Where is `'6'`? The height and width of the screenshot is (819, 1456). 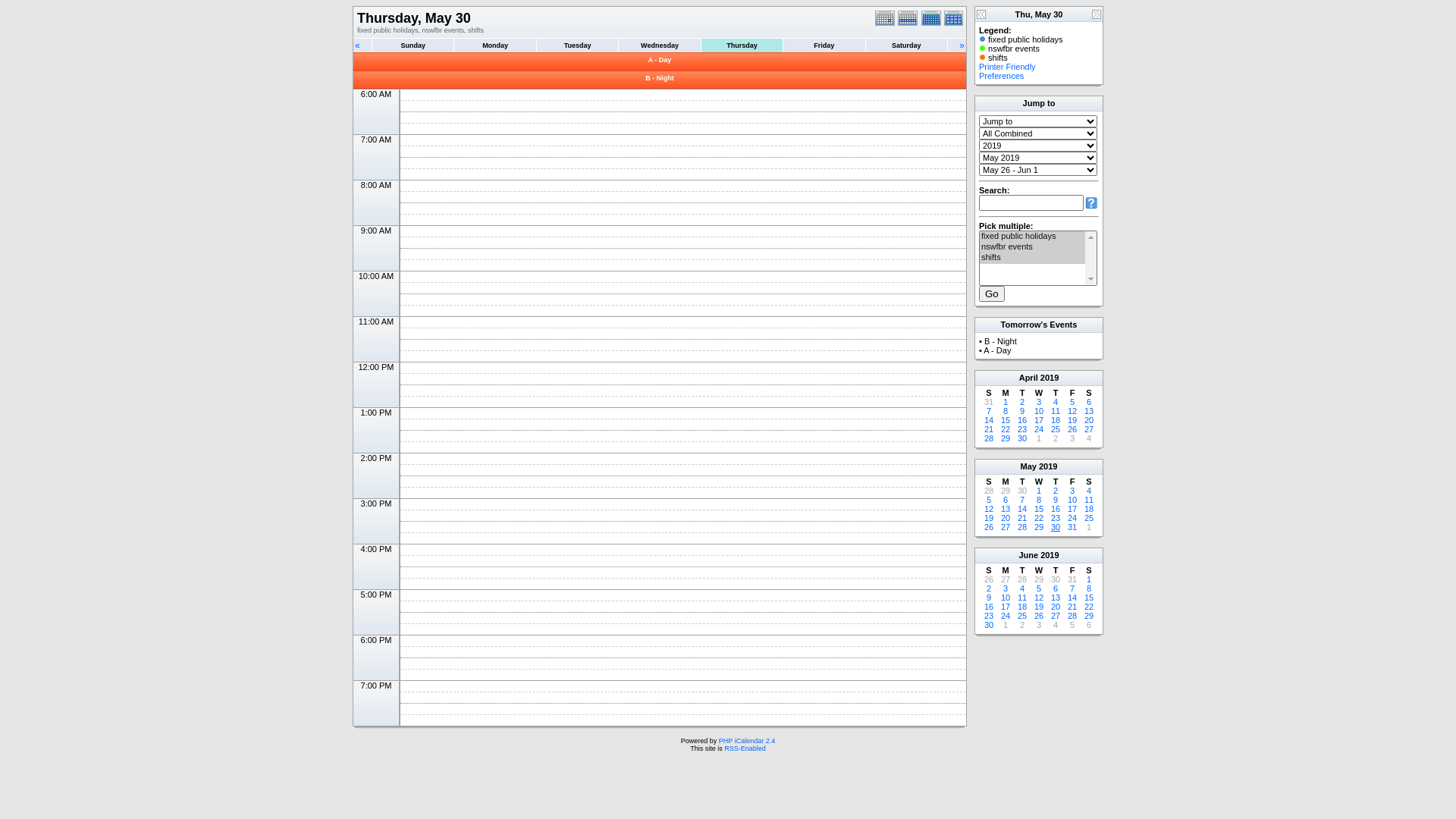
'6' is located at coordinates (1005, 500).